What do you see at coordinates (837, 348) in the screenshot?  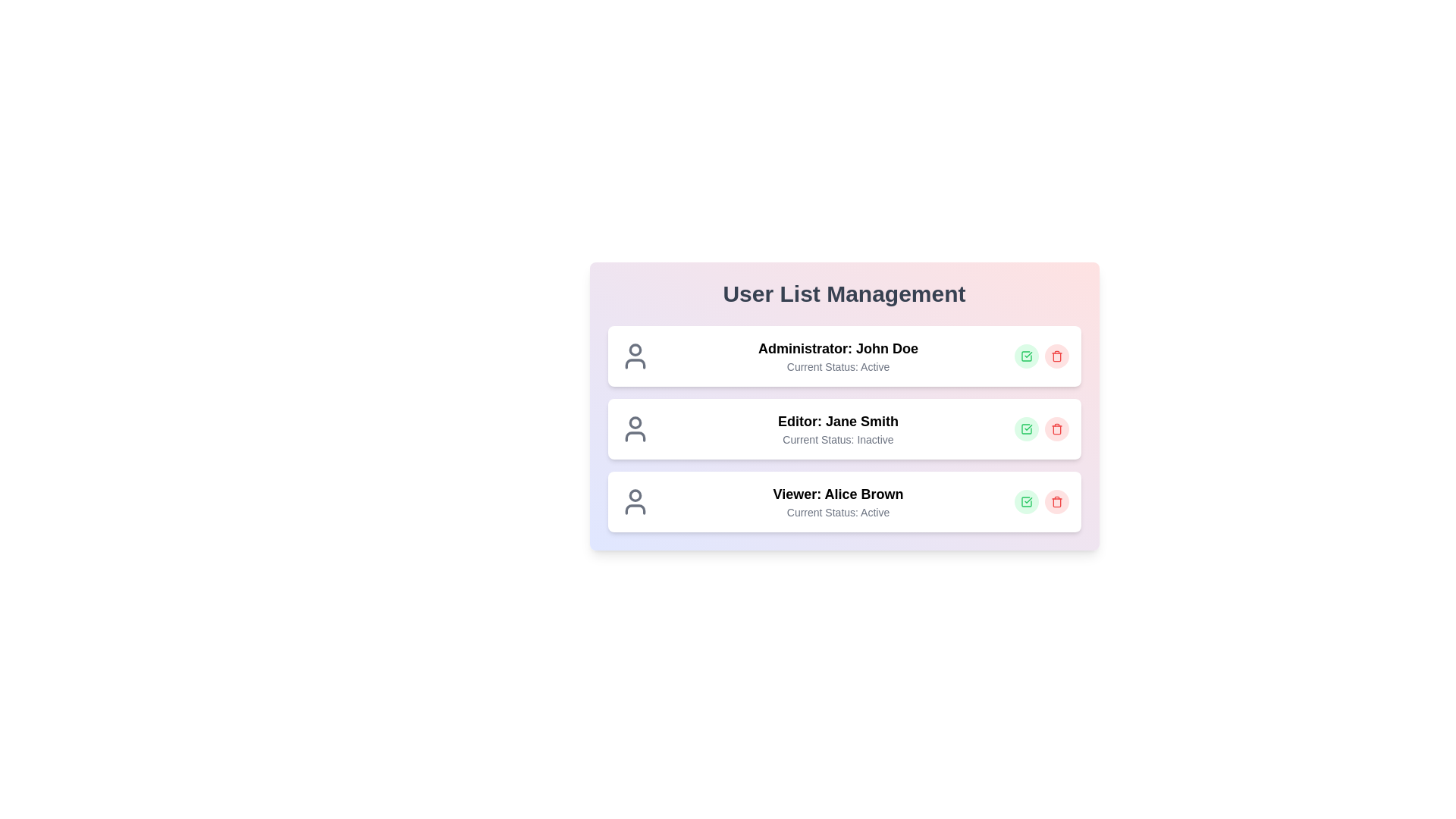 I see `the static text label displaying 'Administrator: John Doe' which is the topmost entry in the 'User List Management' vertical list` at bounding box center [837, 348].